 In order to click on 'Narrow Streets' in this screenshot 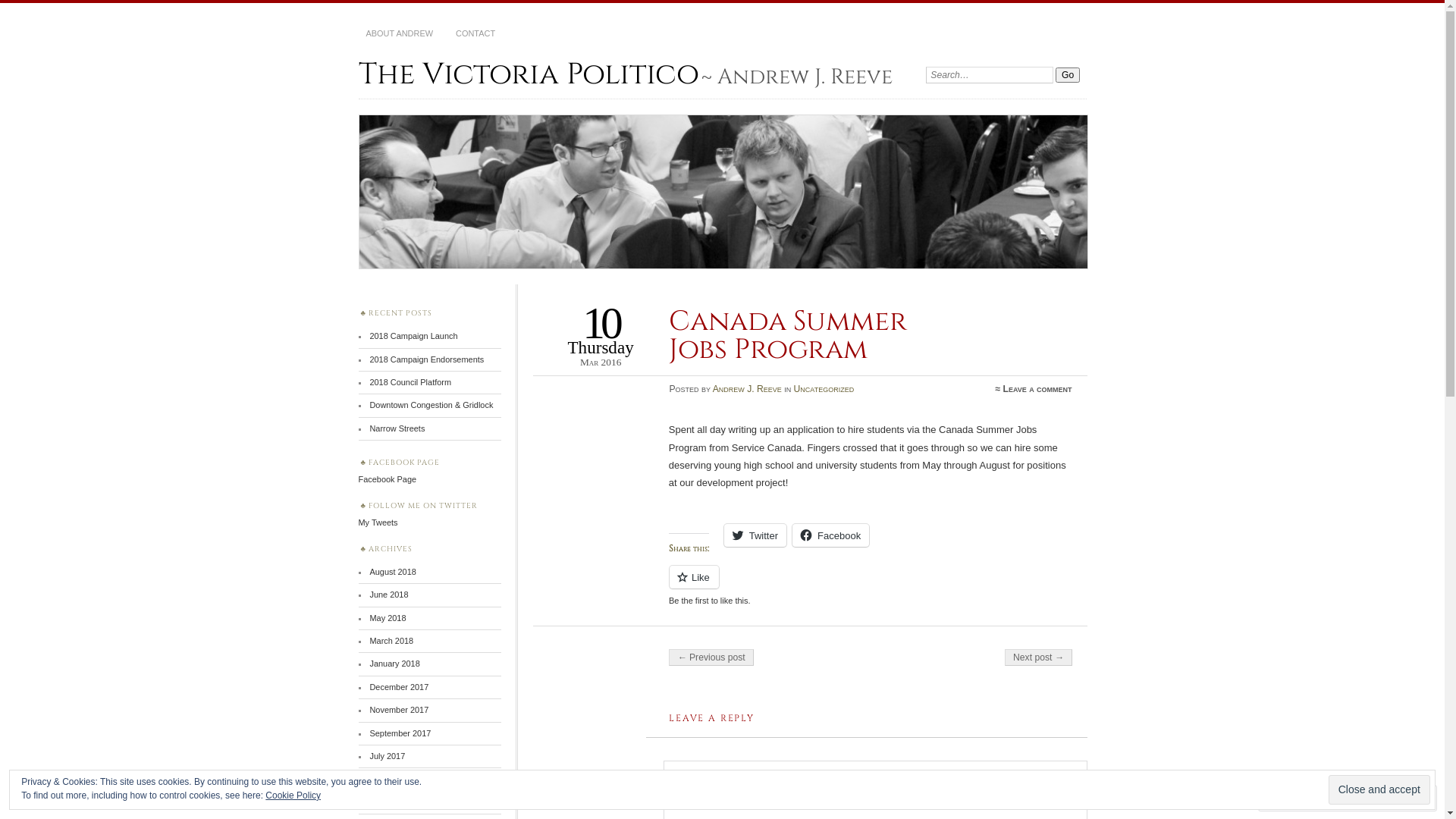, I will do `click(397, 428)`.